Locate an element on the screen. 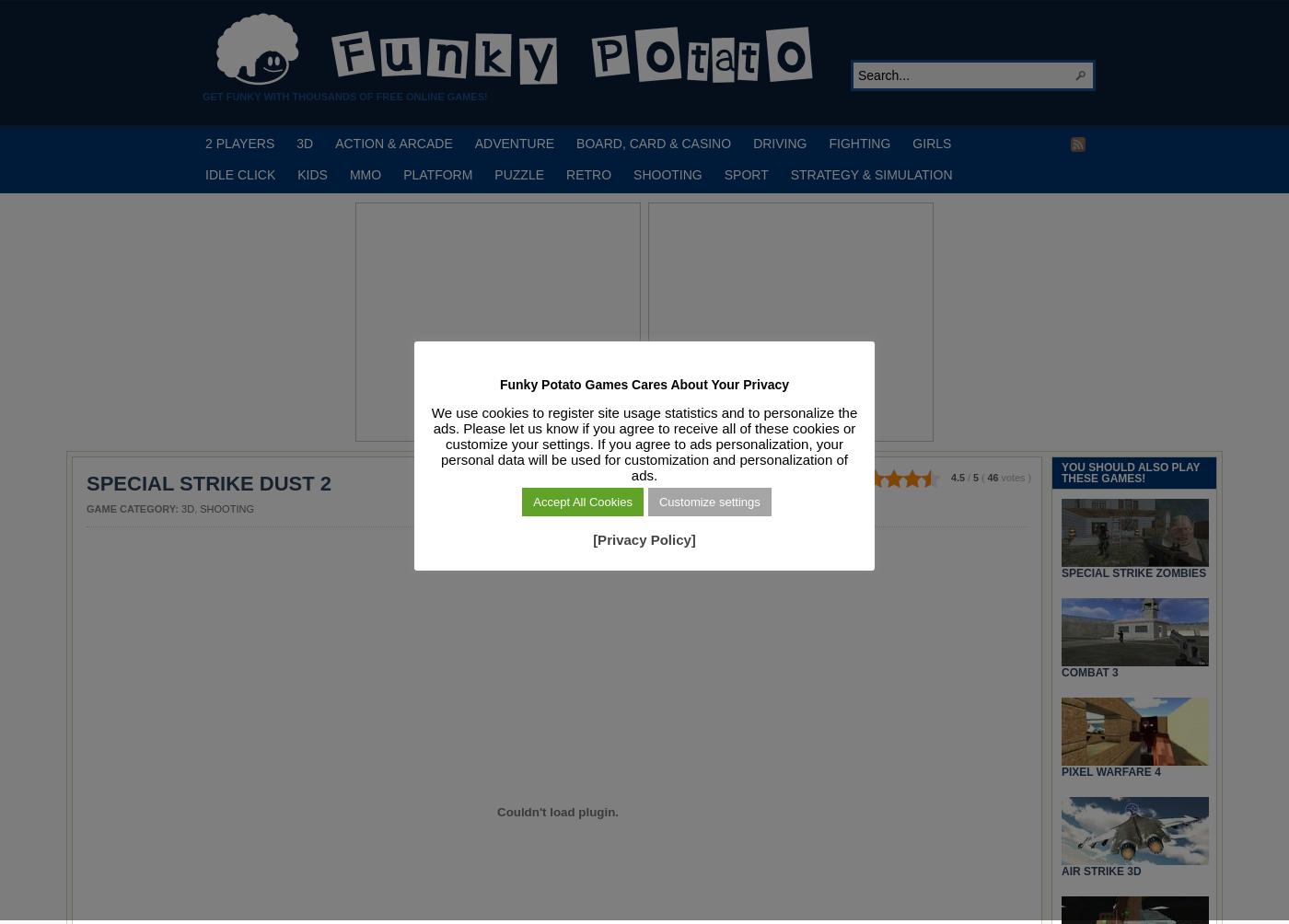 This screenshot has height=924, width=1289. '46' is located at coordinates (986, 477).